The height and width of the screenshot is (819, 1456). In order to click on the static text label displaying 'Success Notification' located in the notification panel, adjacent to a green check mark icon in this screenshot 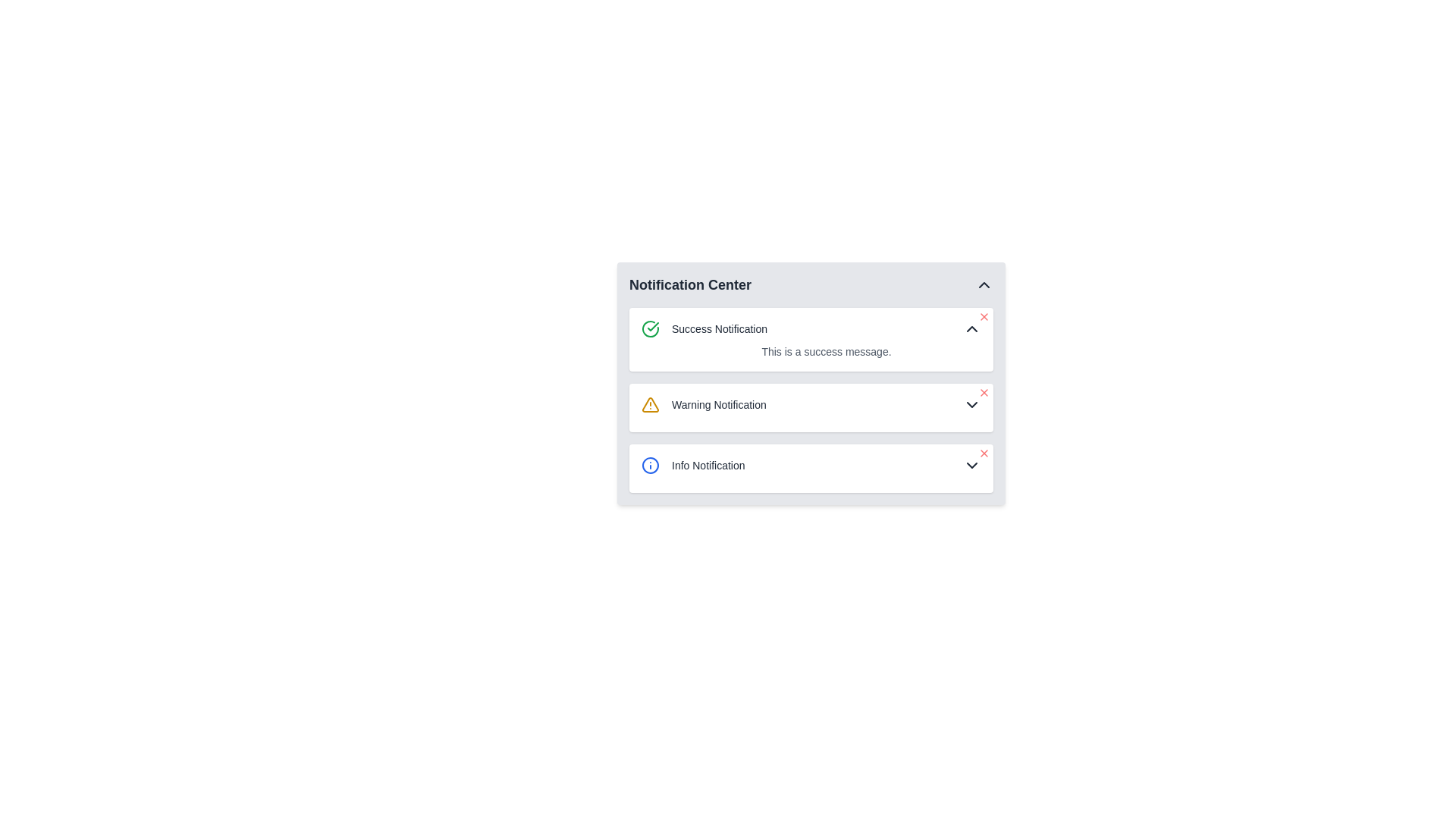, I will do `click(719, 328)`.